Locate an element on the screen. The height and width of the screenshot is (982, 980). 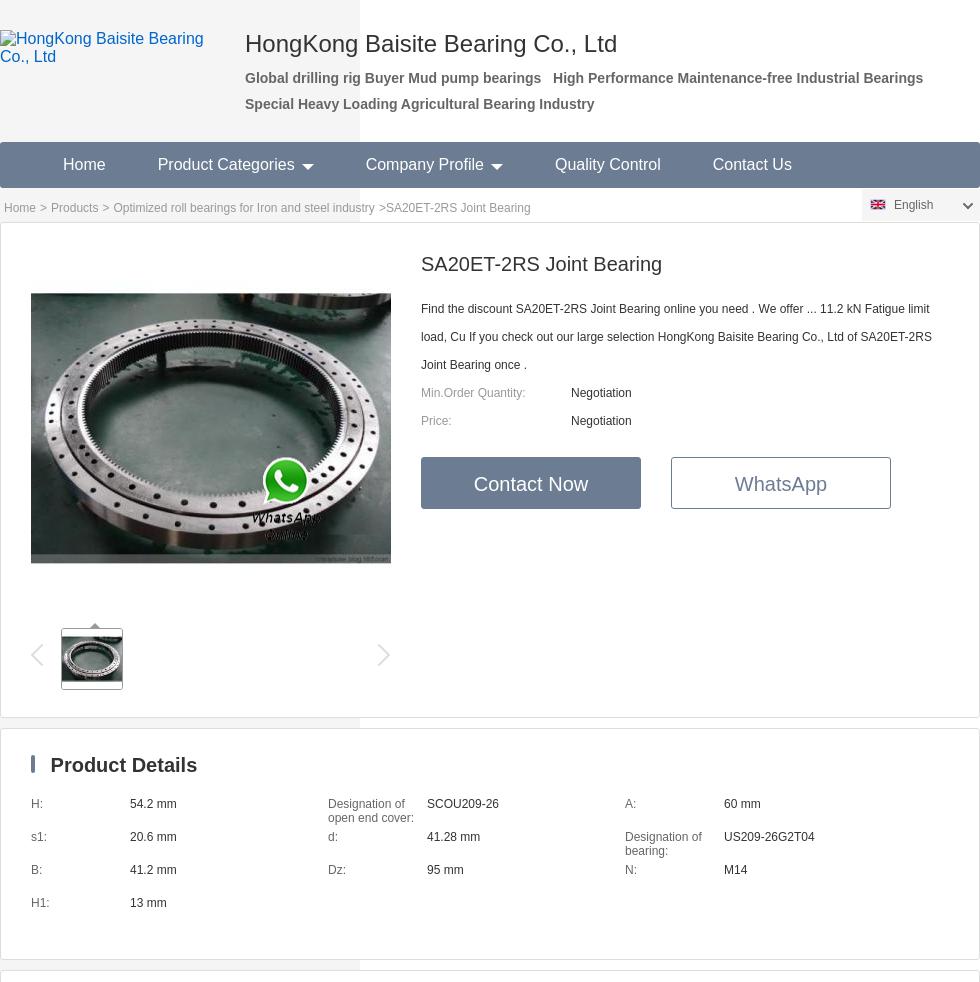
'HongKong Baisite Bearing Co., Ltd' is located at coordinates (431, 42).